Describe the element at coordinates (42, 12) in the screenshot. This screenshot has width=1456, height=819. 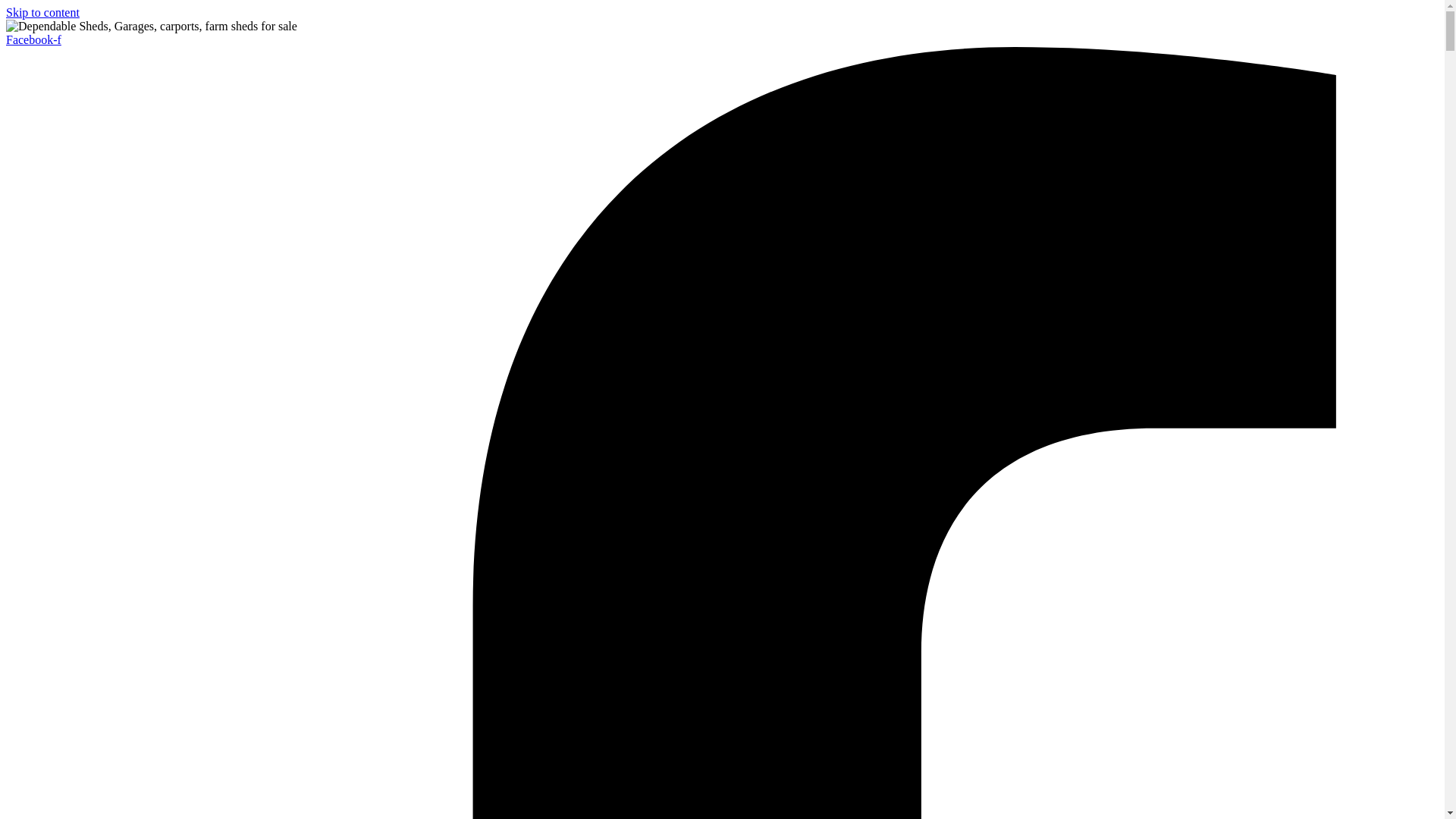
I see `'Skip to content'` at that location.